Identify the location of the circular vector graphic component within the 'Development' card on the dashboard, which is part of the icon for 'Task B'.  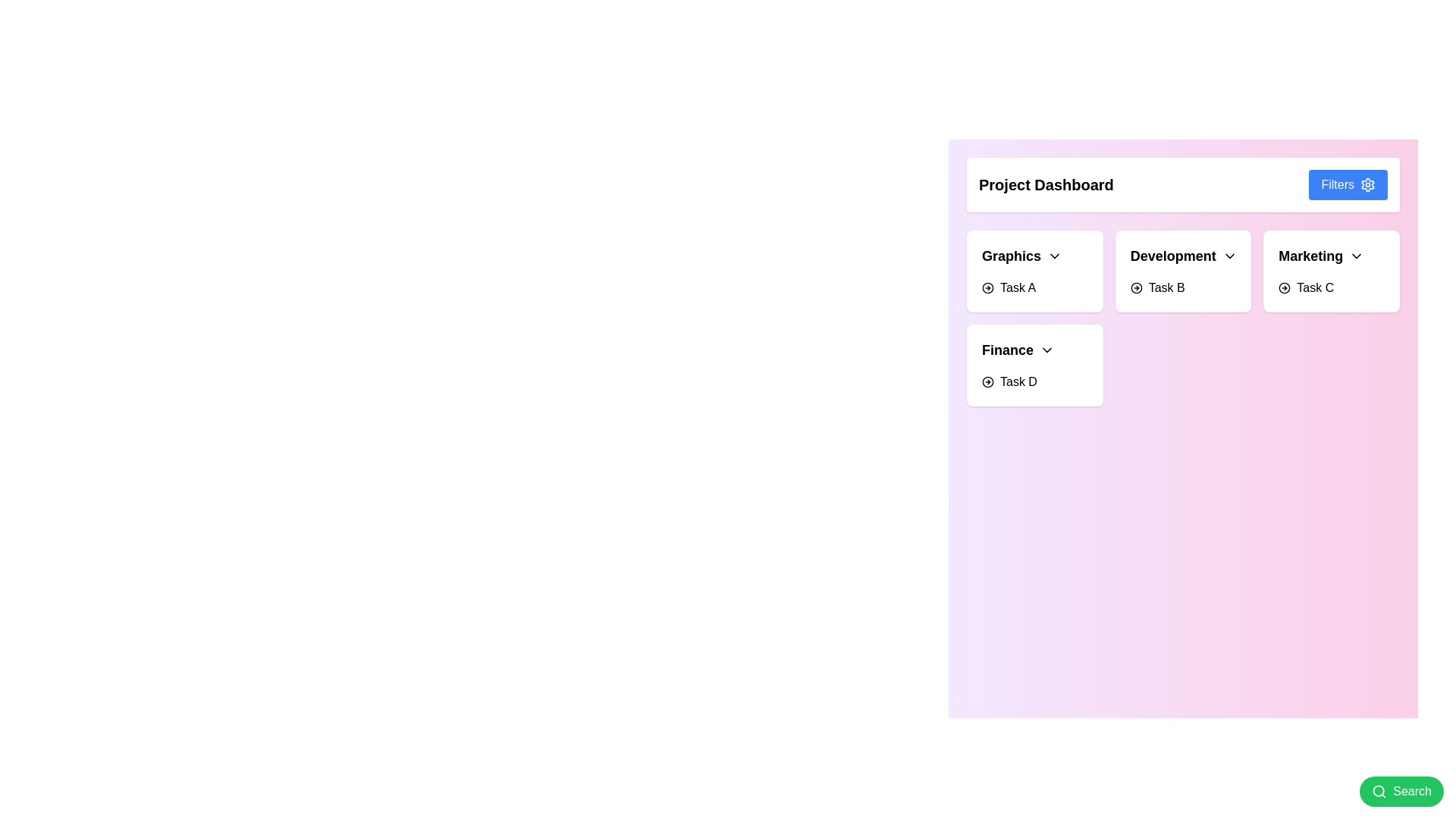
(1136, 288).